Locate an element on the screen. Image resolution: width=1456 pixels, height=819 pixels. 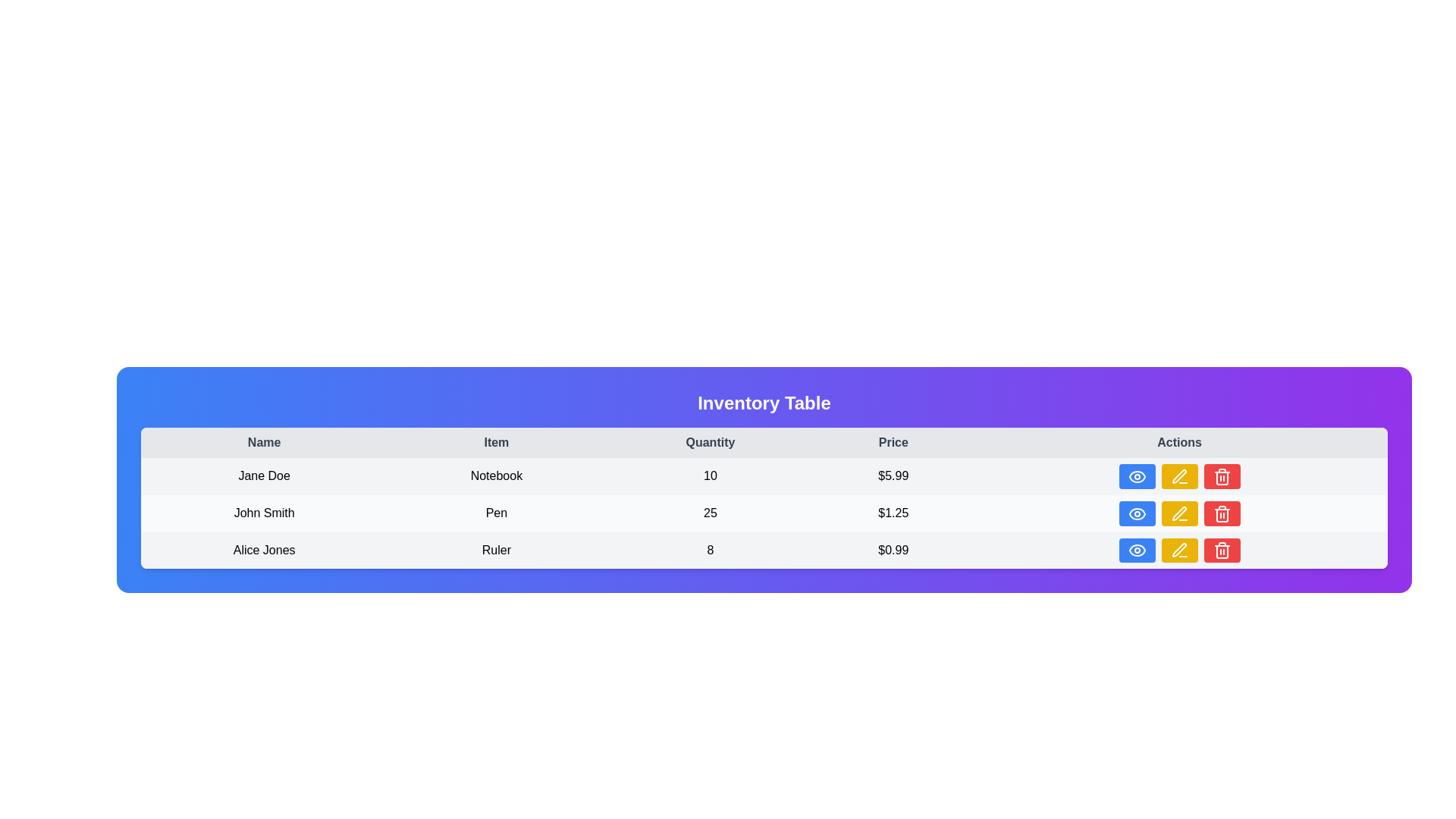
the blue button with rounded corners and a white eye icon in the 'Actions' column corresponding to the item 'Ruler' is located at coordinates (1136, 550).